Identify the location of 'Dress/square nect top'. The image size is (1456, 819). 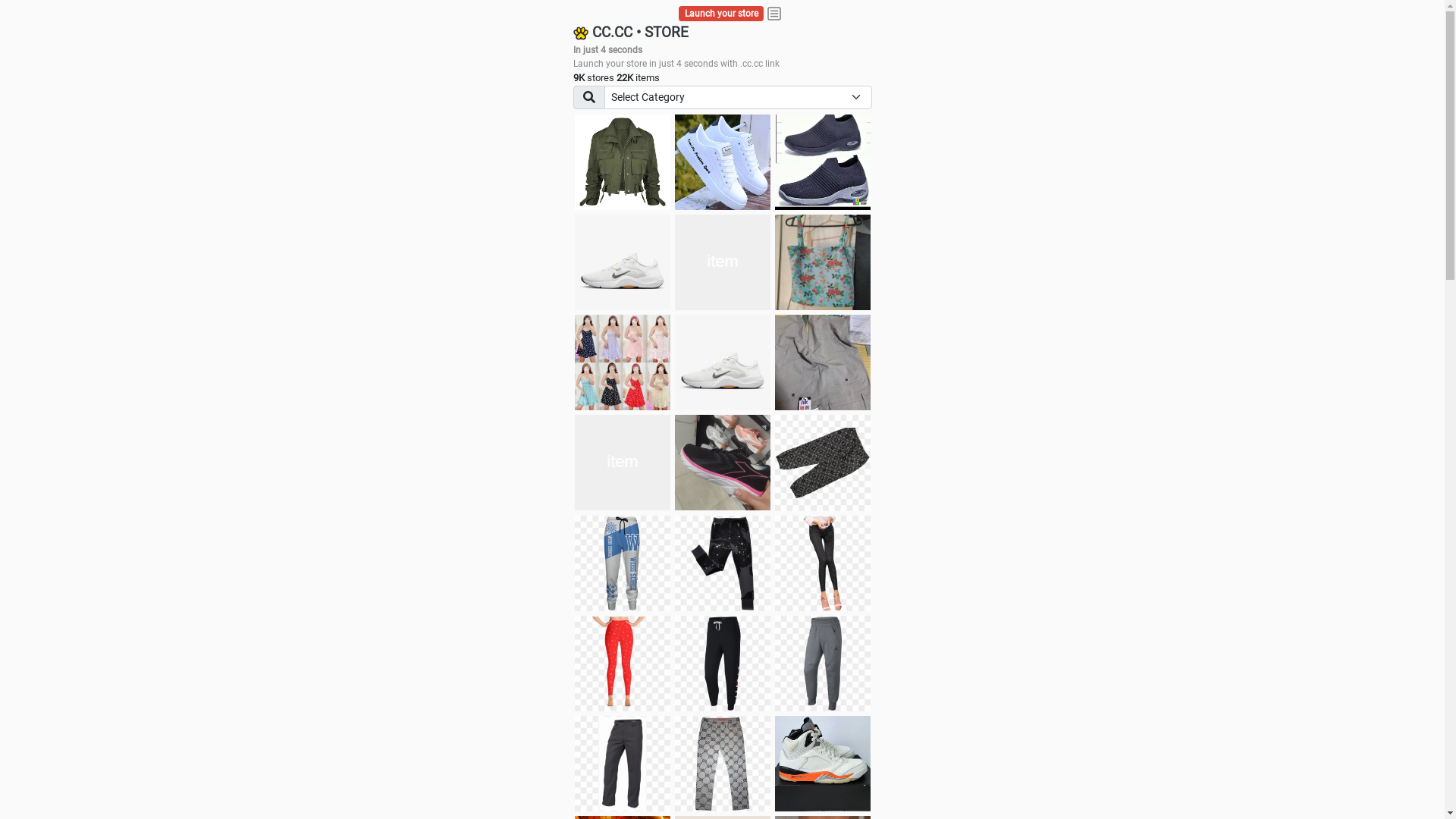
(574, 362).